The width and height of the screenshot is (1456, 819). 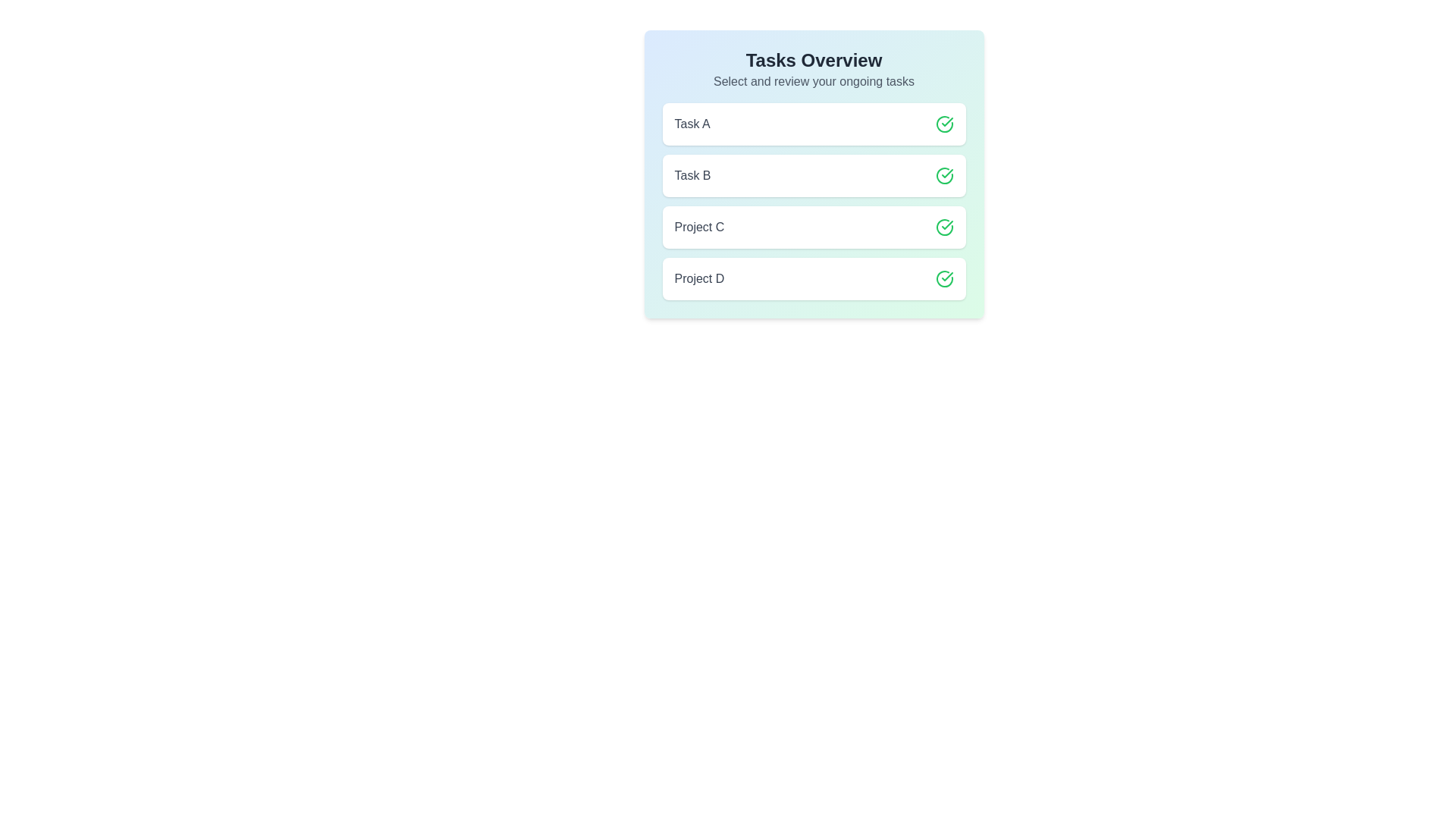 What do you see at coordinates (813, 278) in the screenshot?
I see `the item labeled Project D to observe style changes` at bounding box center [813, 278].